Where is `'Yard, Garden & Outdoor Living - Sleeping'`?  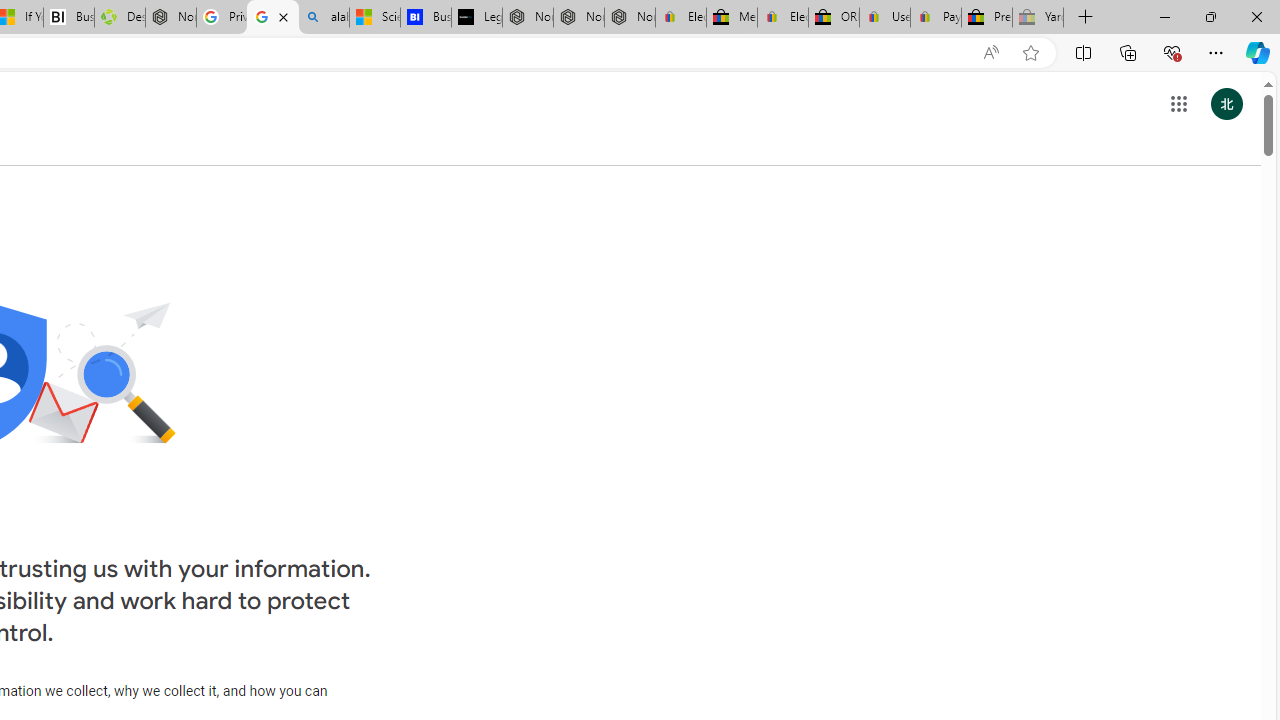 'Yard, Garden & Outdoor Living - Sleeping' is located at coordinates (1038, 17).